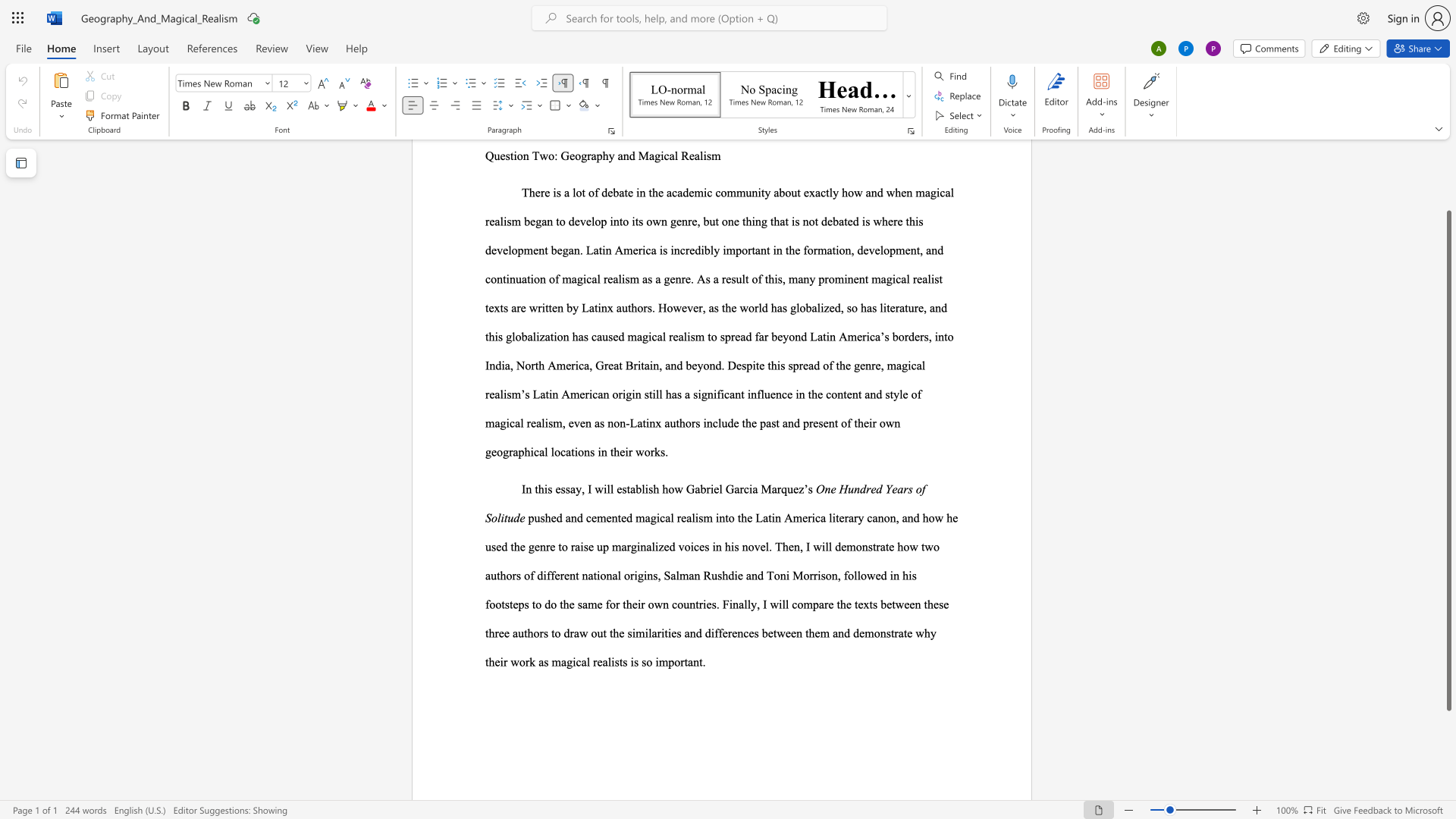 The image size is (1456, 819). I want to click on the scrollbar on the right to move the page upward, so click(1448, 180).